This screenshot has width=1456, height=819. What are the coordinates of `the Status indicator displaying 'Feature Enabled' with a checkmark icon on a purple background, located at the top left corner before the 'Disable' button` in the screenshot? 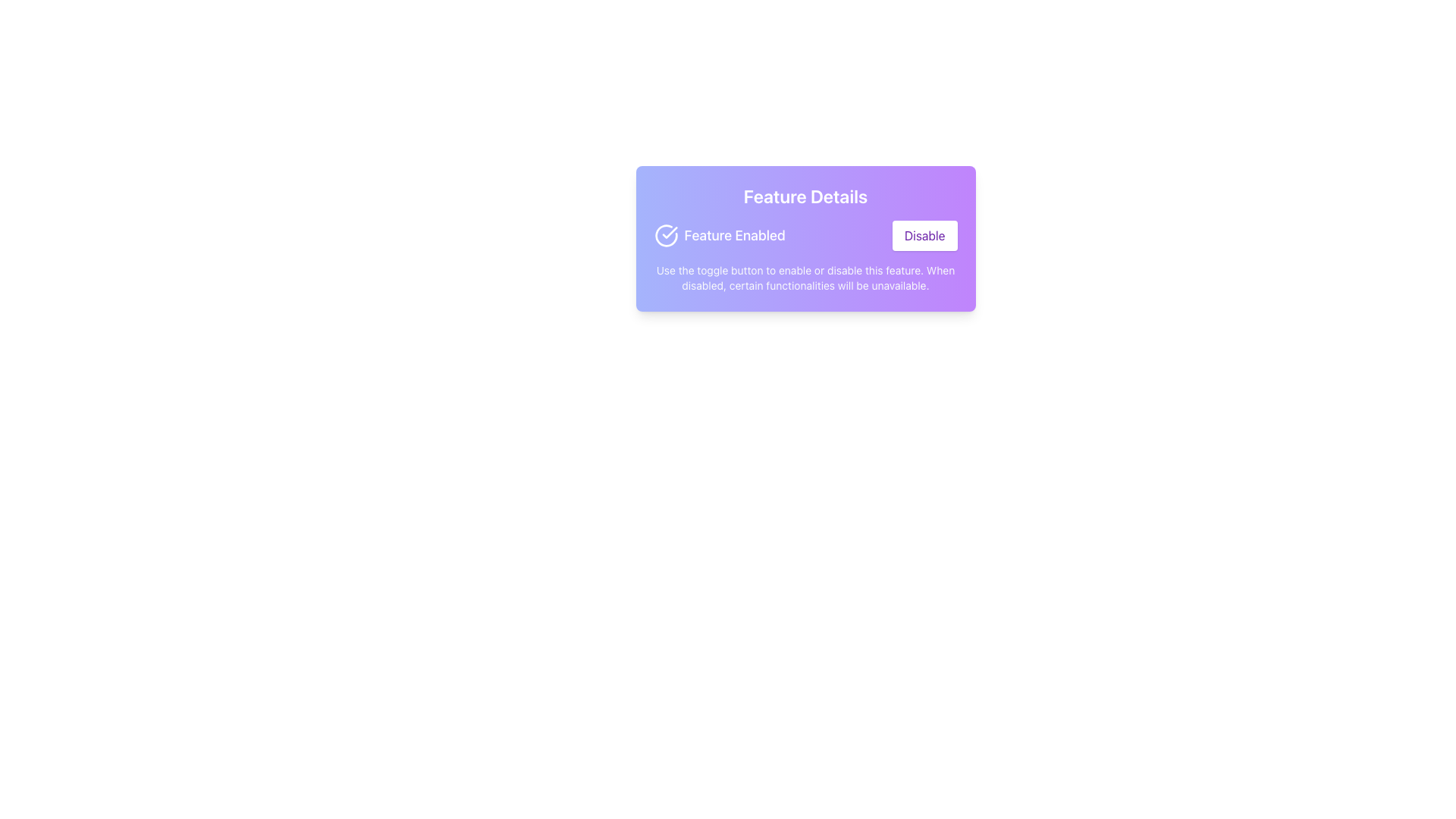 It's located at (719, 236).